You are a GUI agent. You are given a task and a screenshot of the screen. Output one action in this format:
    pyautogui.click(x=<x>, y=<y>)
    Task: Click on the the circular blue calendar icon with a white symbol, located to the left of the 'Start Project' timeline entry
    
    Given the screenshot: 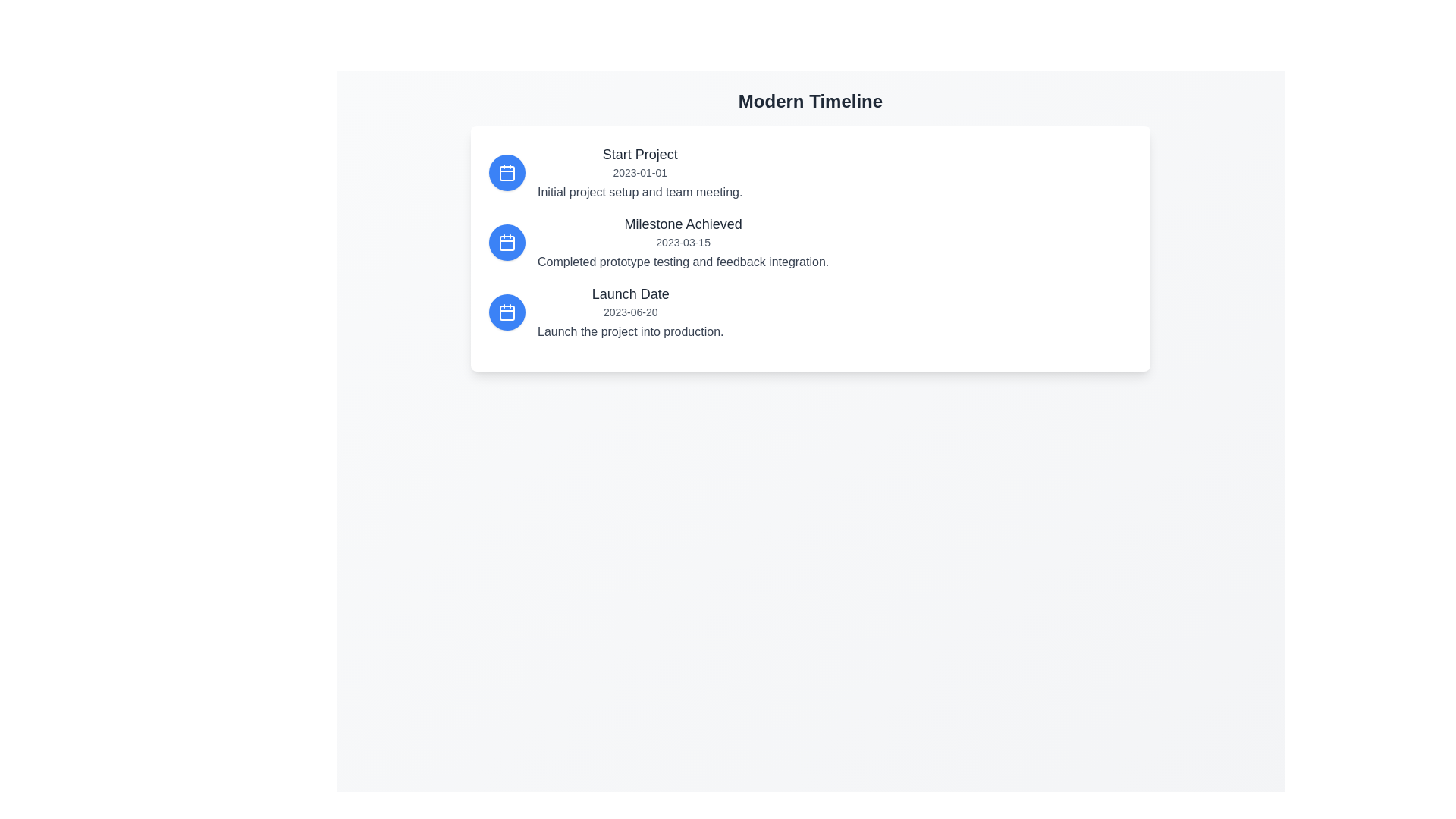 What is the action you would take?
    pyautogui.click(x=507, y=171)
    